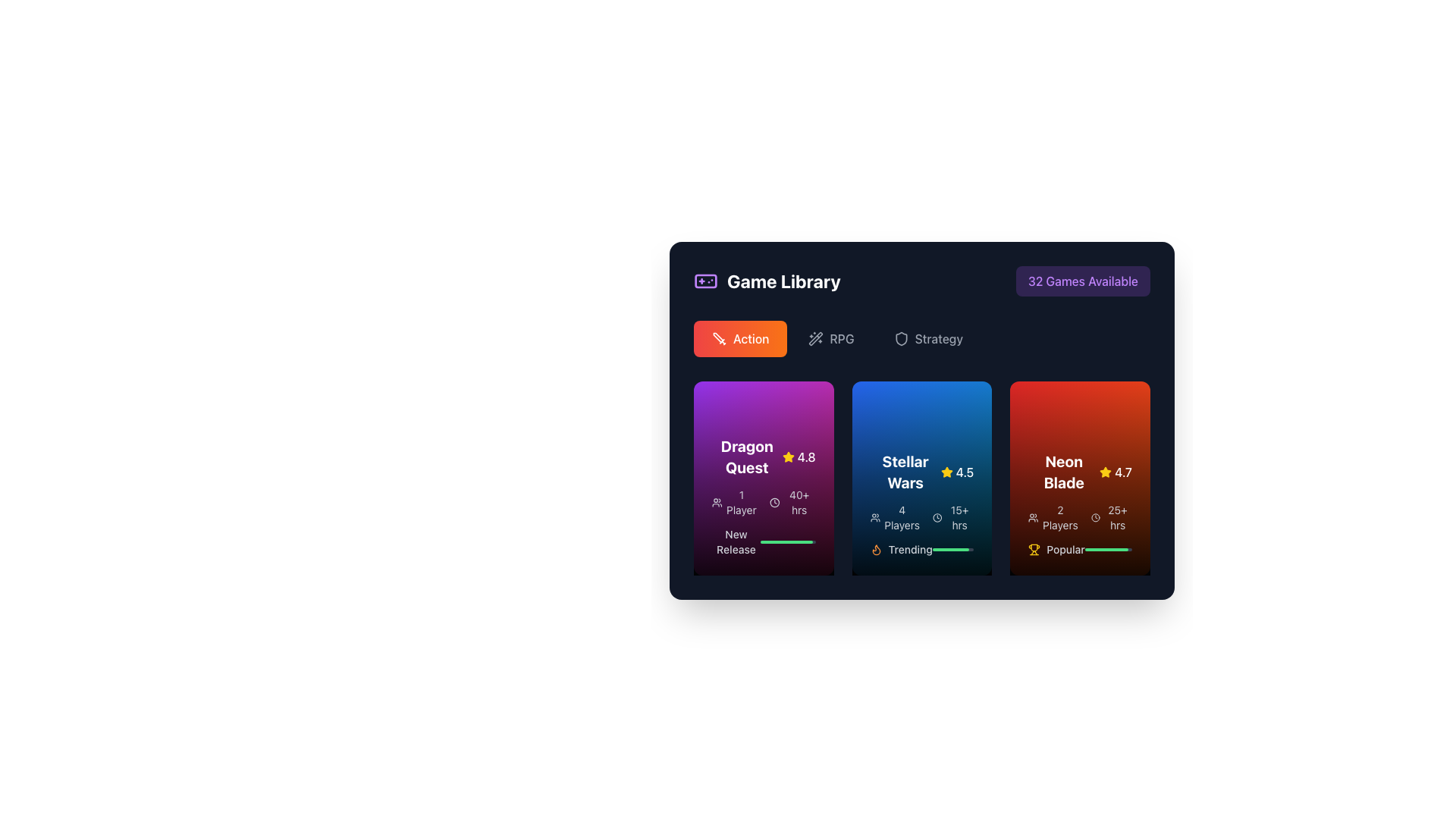  I want to click on the '4 Players' label with icon, which is styled with light gray color on a blue background and positioned below the 'Stellar Wars' card in the 'Player Info' section, so click(895, 516).